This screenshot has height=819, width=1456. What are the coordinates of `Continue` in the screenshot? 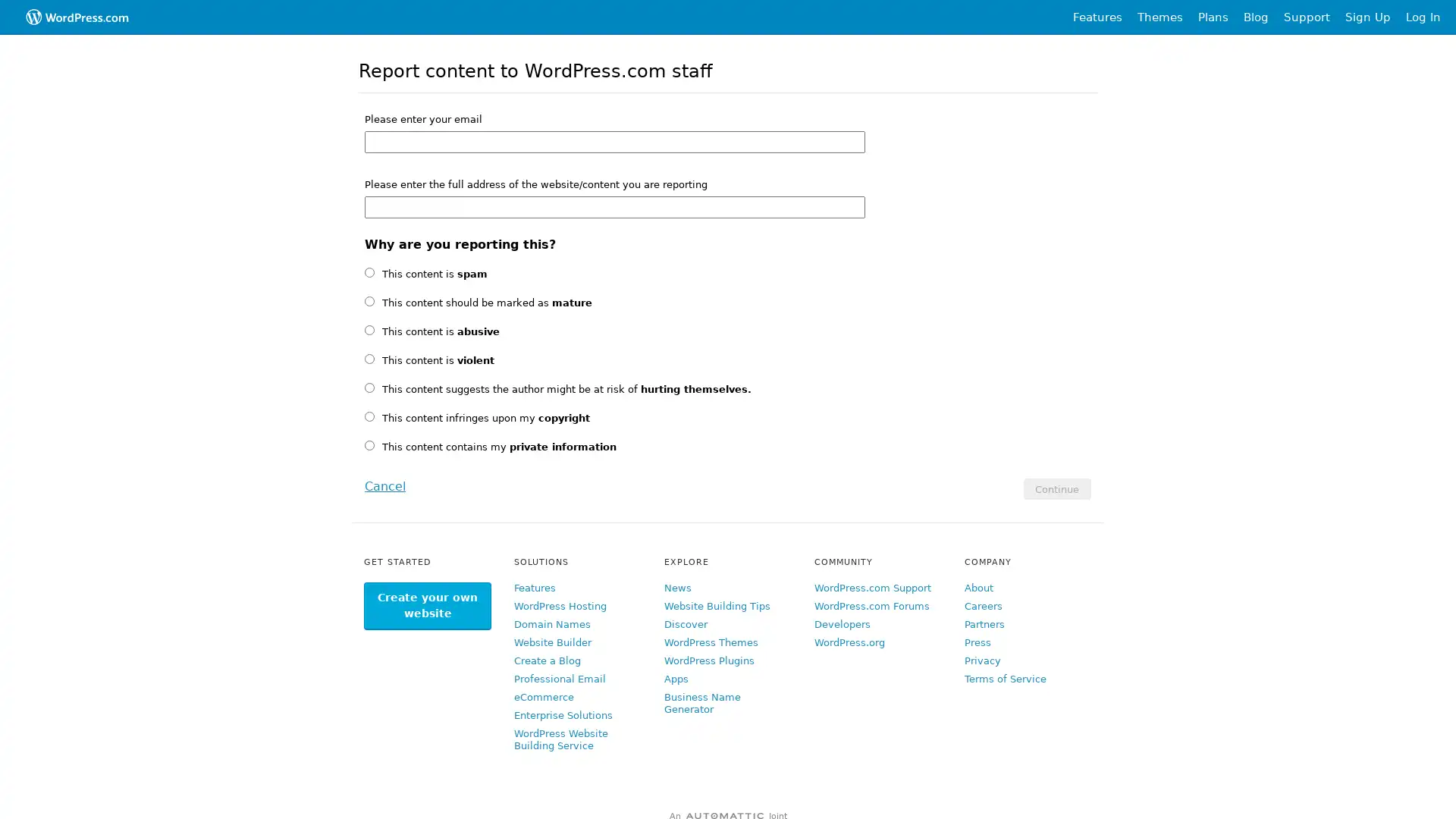 It's located at (1056, 488).